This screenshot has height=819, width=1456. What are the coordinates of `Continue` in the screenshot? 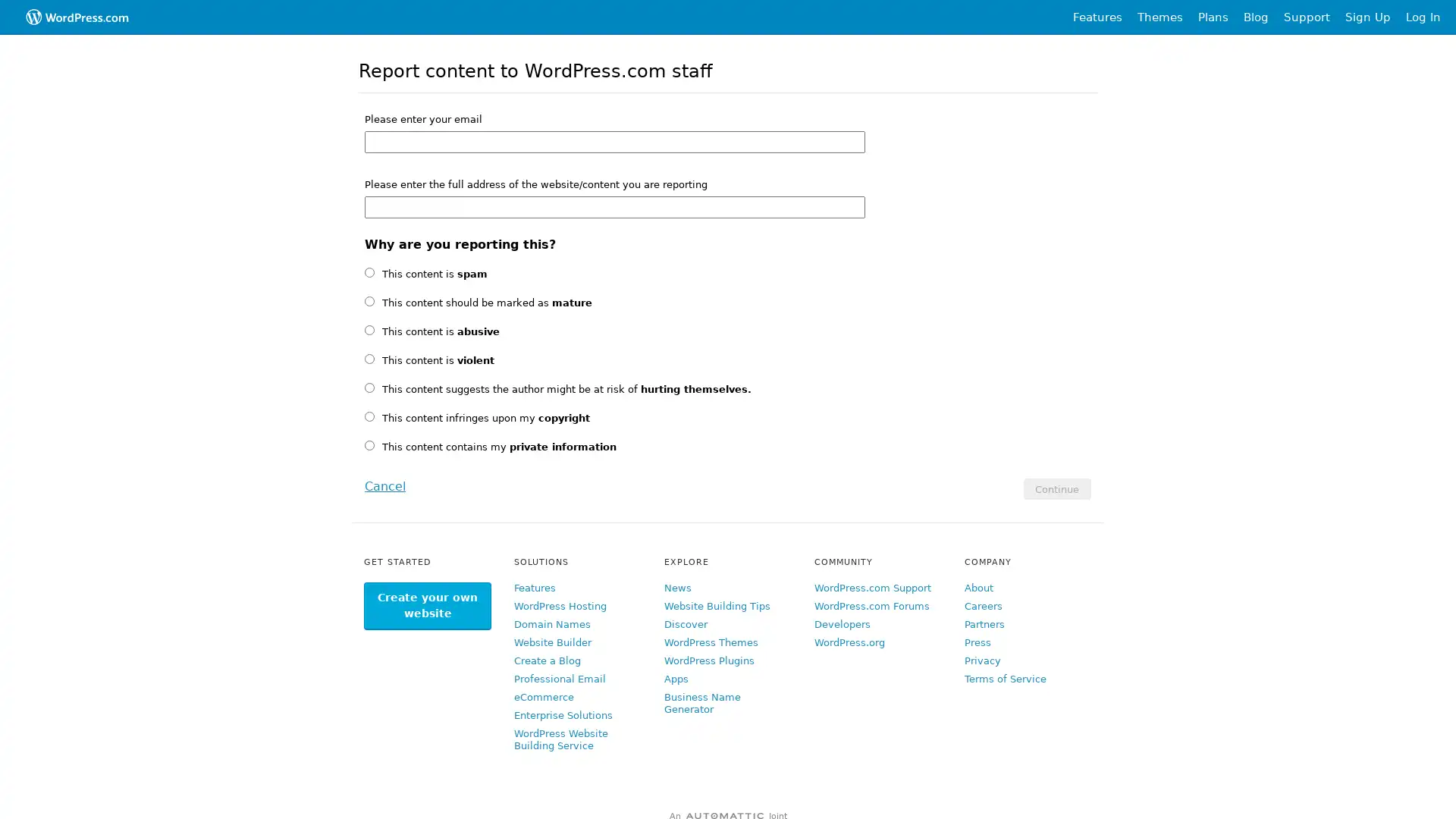 It's located at (1056, 488).